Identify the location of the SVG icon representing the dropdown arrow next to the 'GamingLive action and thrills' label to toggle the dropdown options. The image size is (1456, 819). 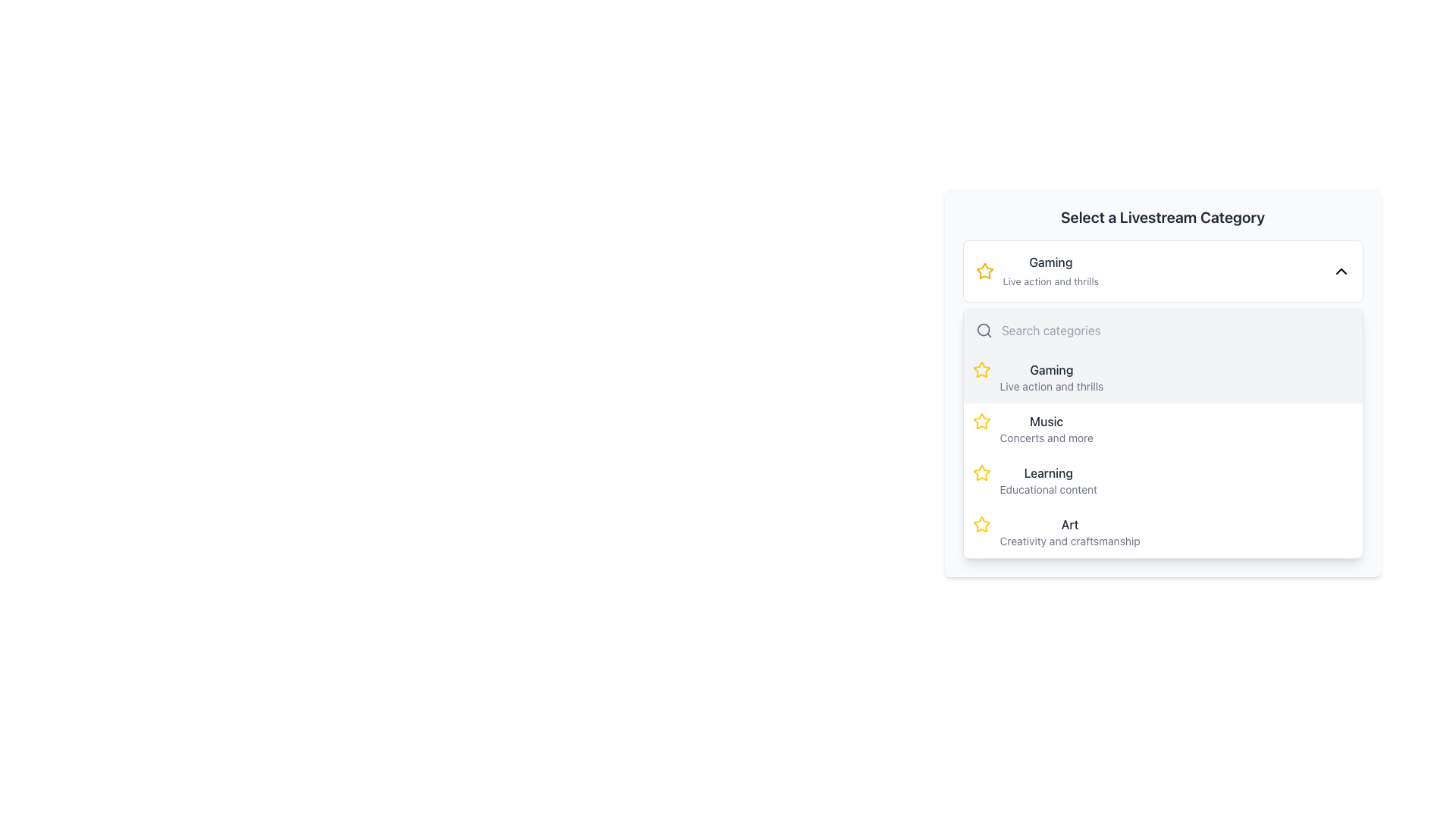
(1341, 271).